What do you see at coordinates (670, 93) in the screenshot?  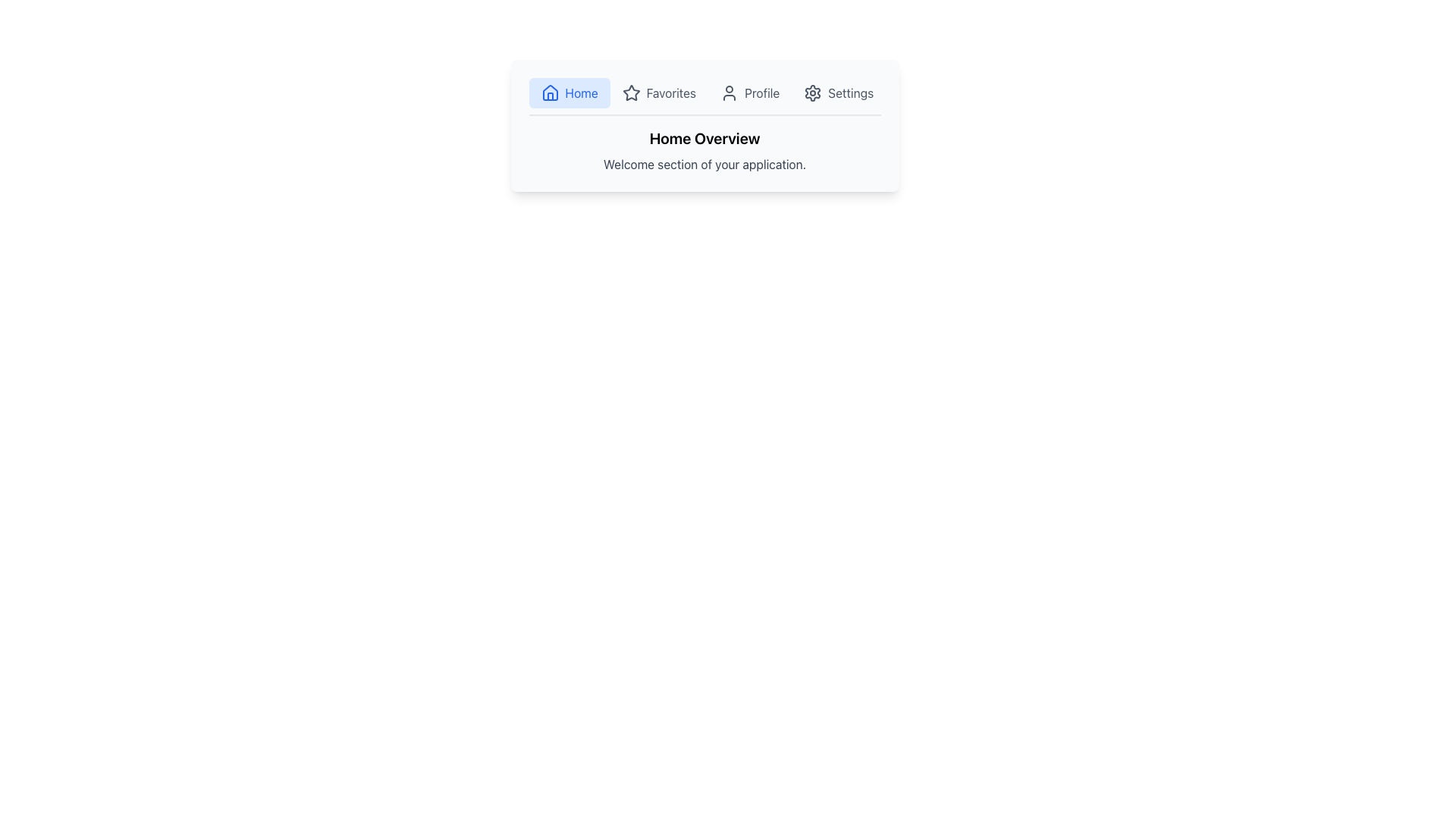 I see `the 'Favorites' label in the navigation menu, which is positioned to the right of the star icon` at bounding box center [670, 93].